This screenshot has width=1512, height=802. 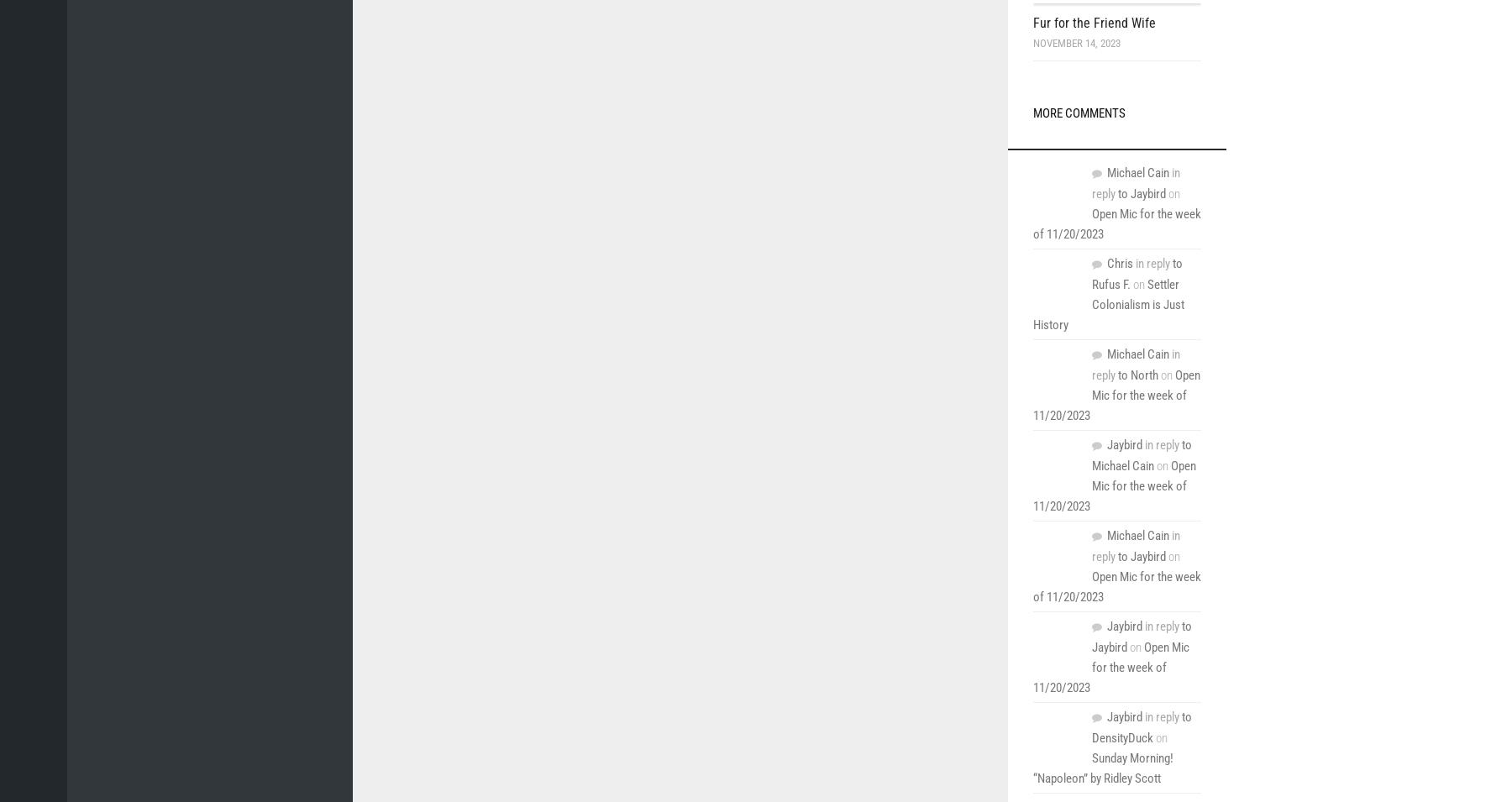 I want to click on 'Chris', so click(x=1120, y=264).